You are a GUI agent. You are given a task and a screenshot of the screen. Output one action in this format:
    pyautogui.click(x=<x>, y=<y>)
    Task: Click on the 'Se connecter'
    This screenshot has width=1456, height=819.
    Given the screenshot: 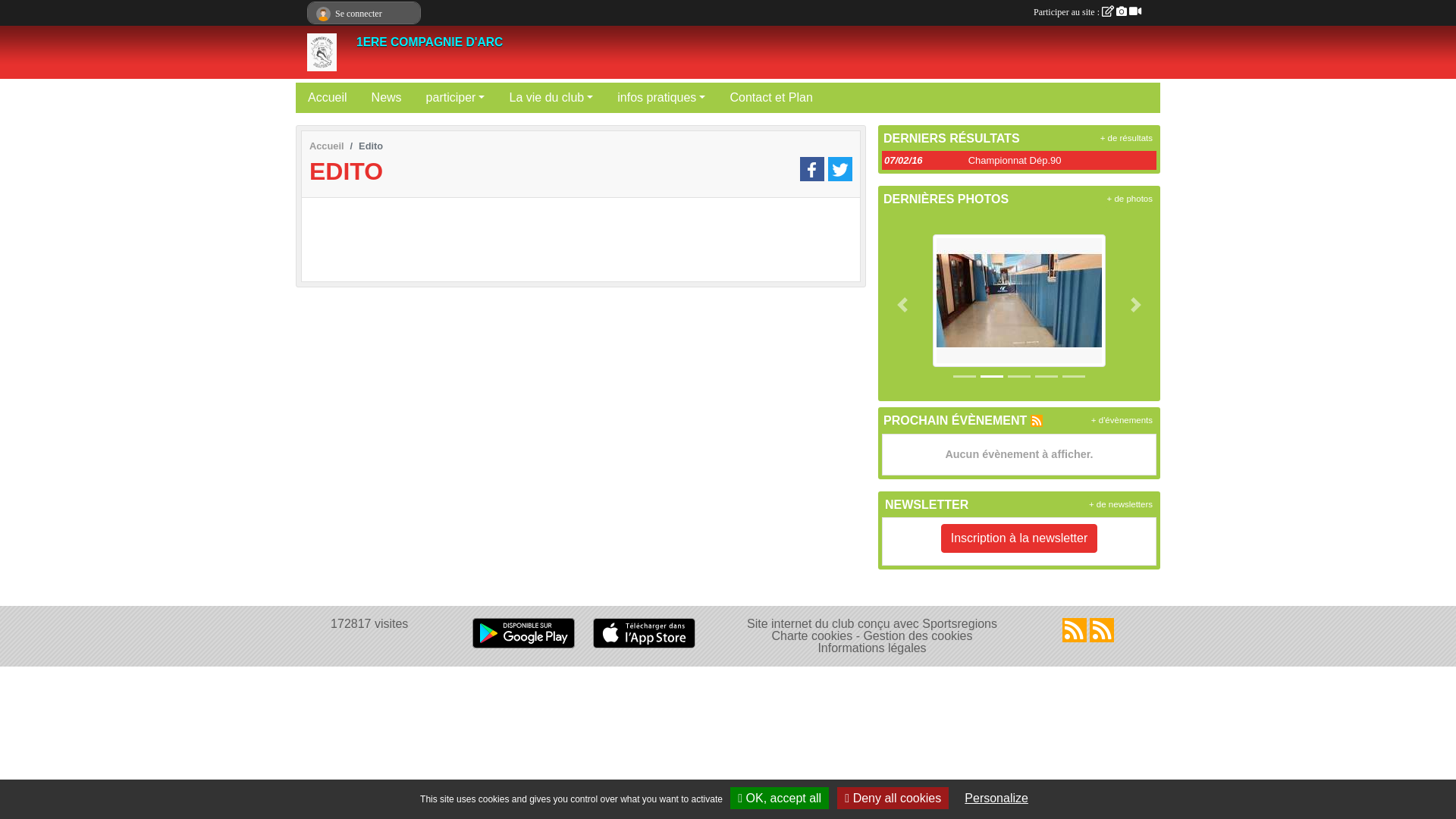 What is the action you would take?
    pyautogui.click(x=364, y=14)
    